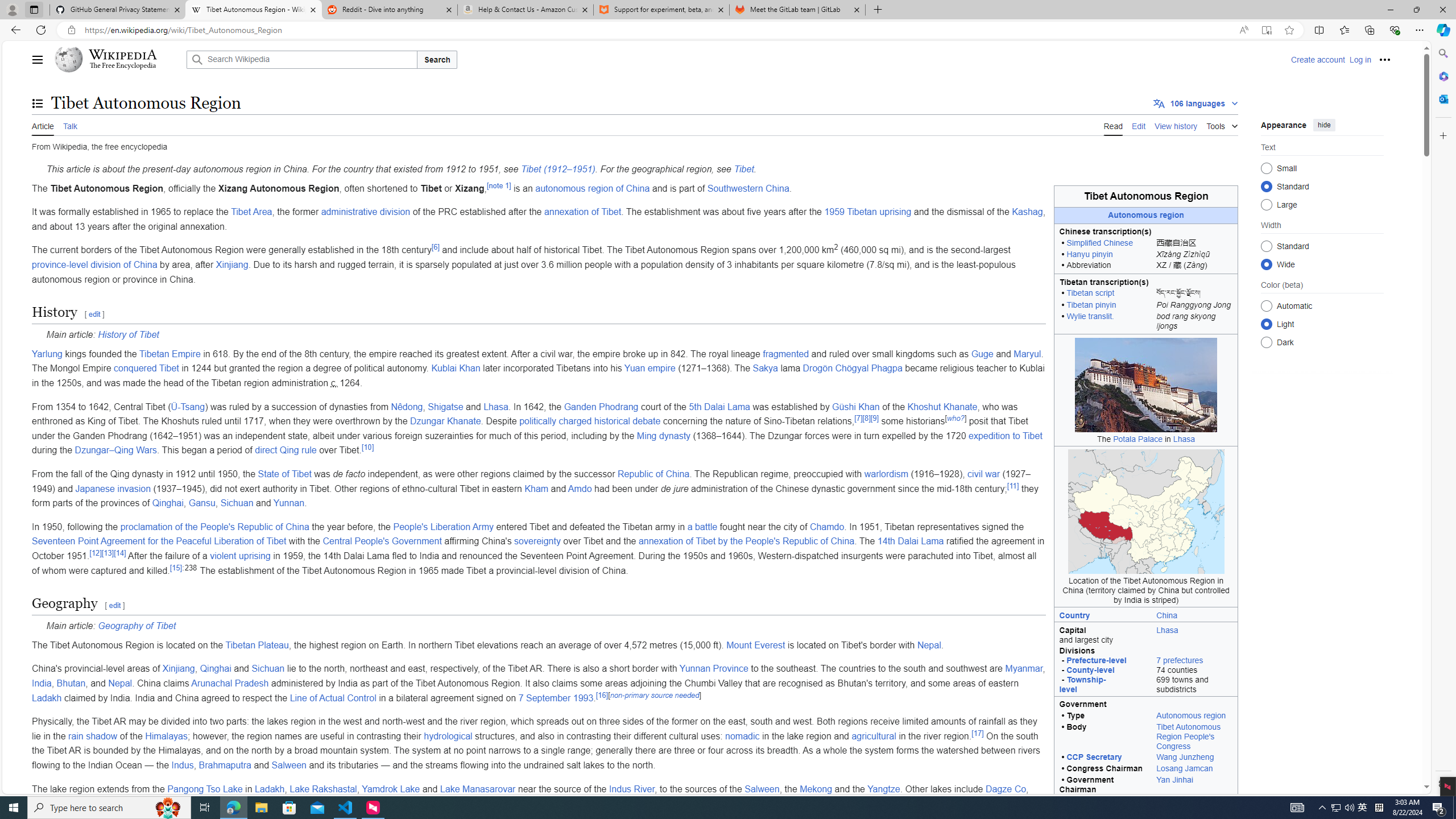  I want to click on 'Prefecture-level', so click(1096, 660).